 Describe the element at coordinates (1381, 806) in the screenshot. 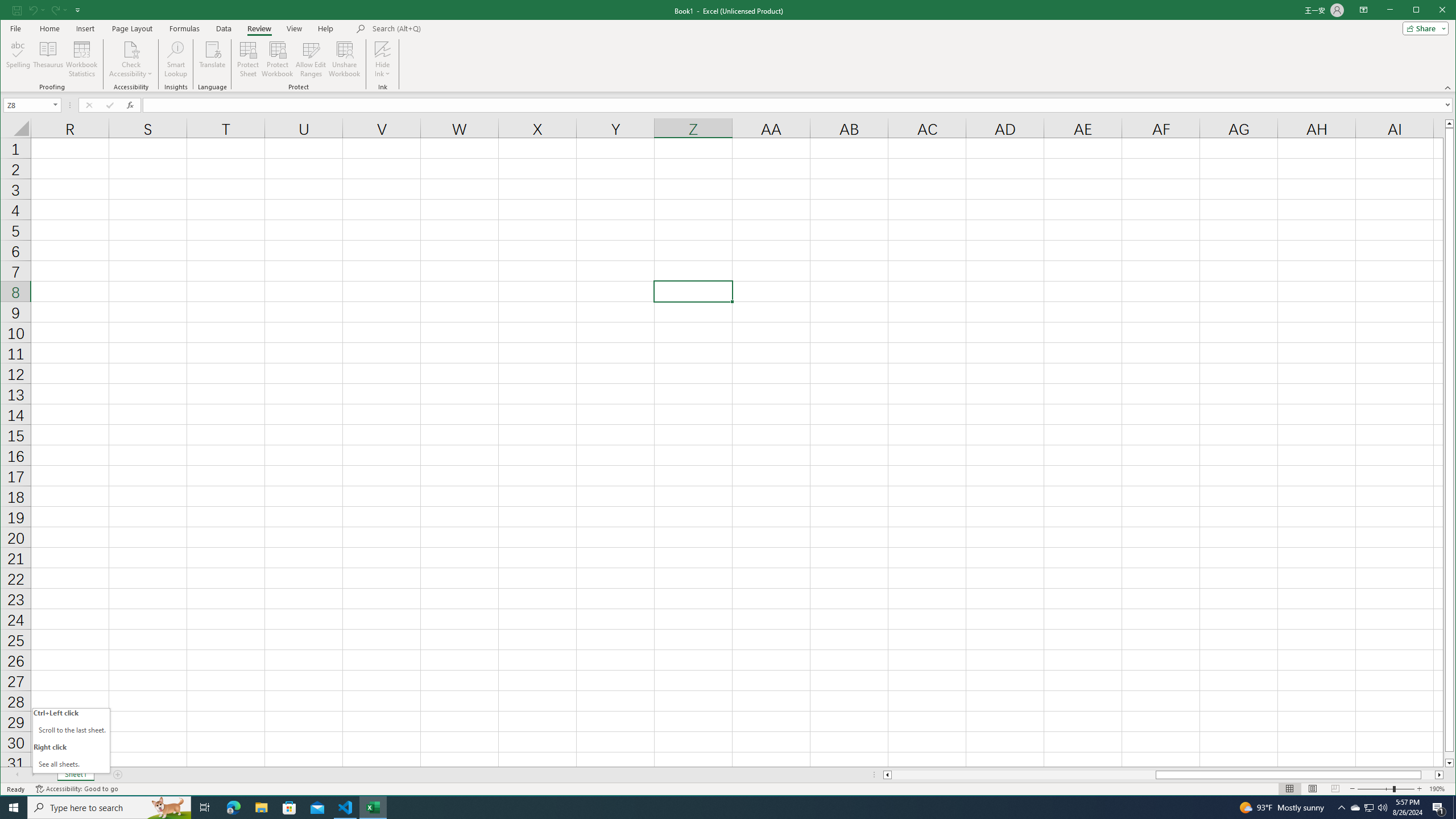

I see `'Q2790: 100%'` at that location.